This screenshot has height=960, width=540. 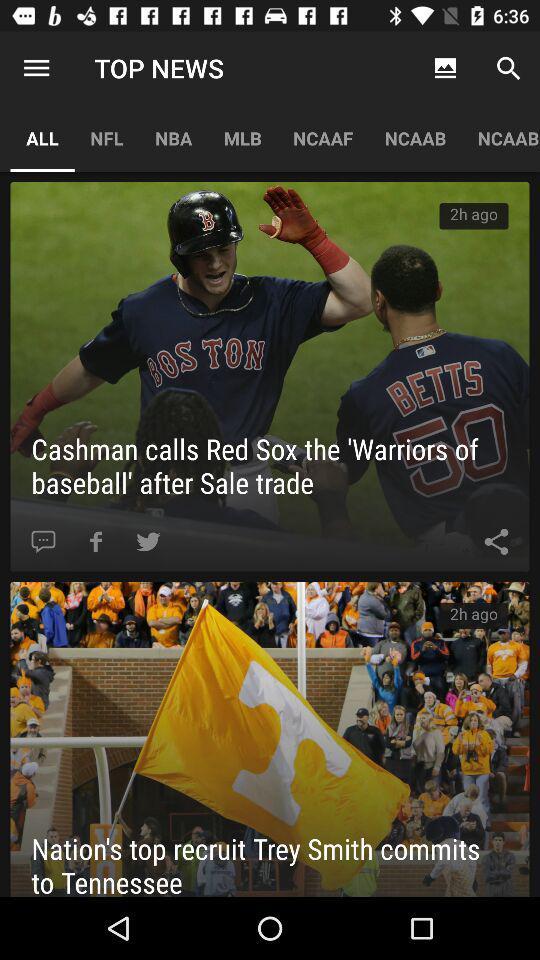 I want to click on item to the right of the ncaaf, so click(x=445, y=68).